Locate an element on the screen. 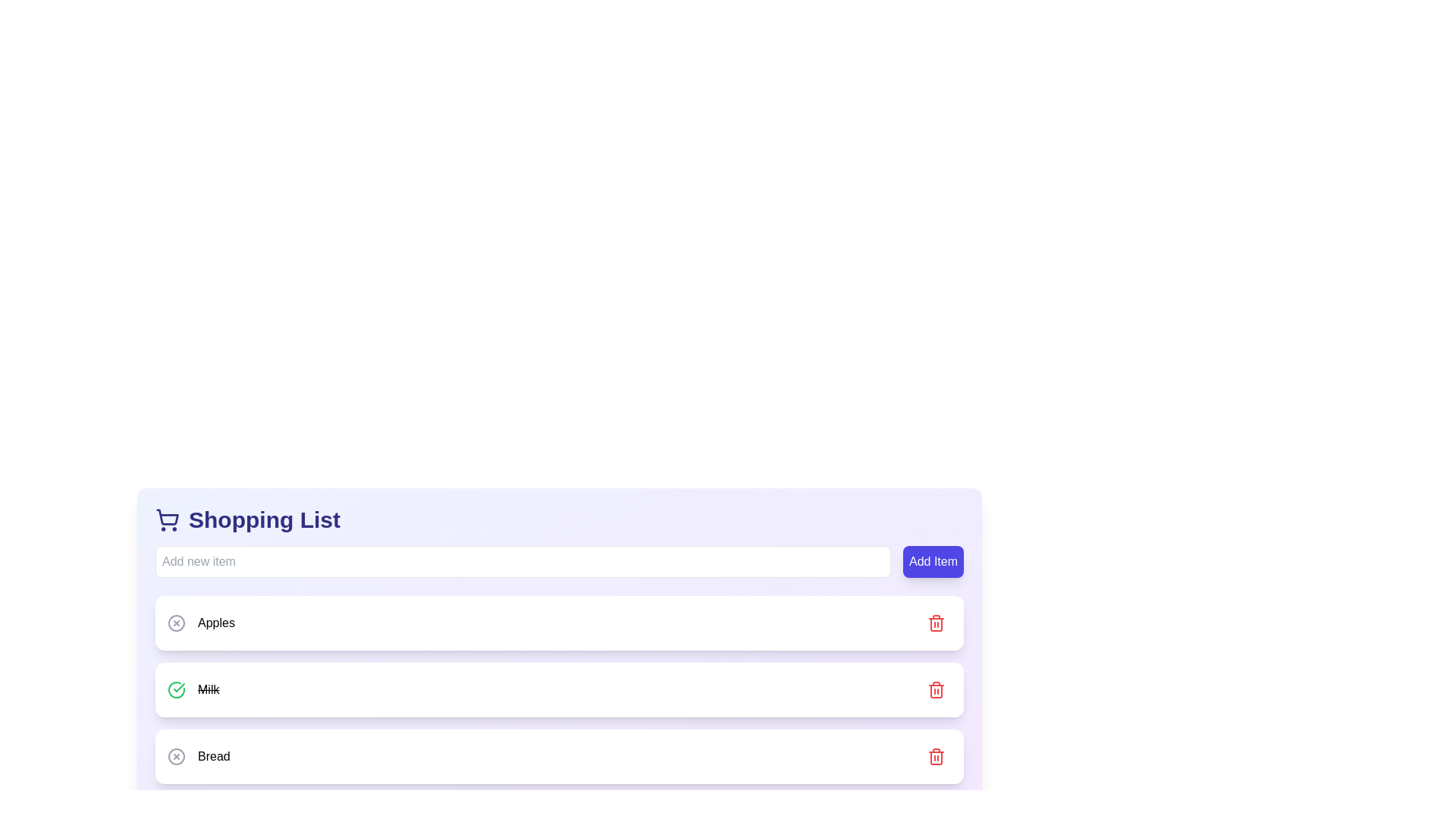  the green circular icon that indicates a completed or approved action, located to the left of the text labeled 'Milk' in the shopping list is located at coordinates (179, 687).